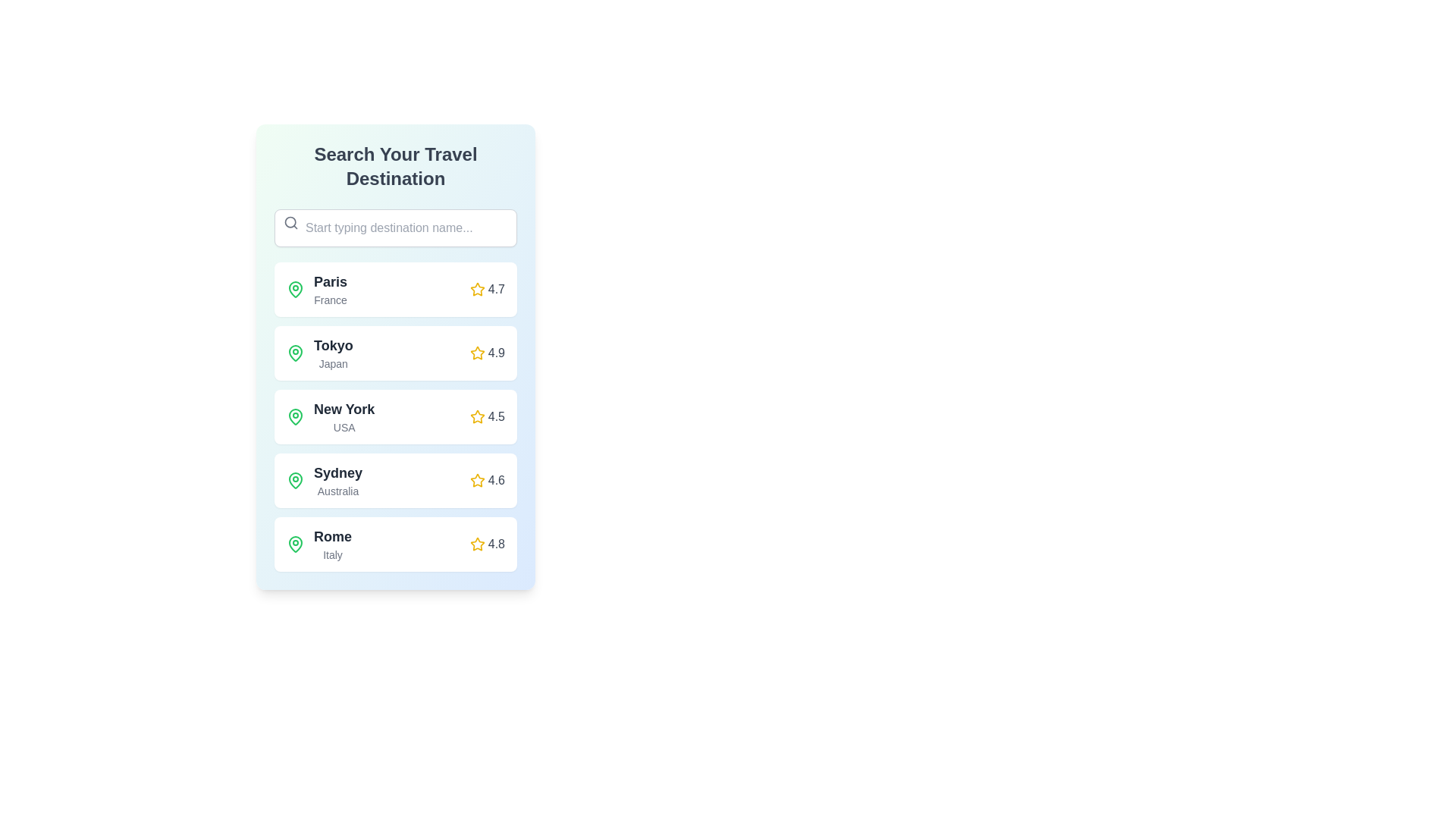 The width and height of the screenshot is (1456, 819). I want to click on the first clickable list item containing 'Paris' and its rating of '4.7', so click(396, 289).